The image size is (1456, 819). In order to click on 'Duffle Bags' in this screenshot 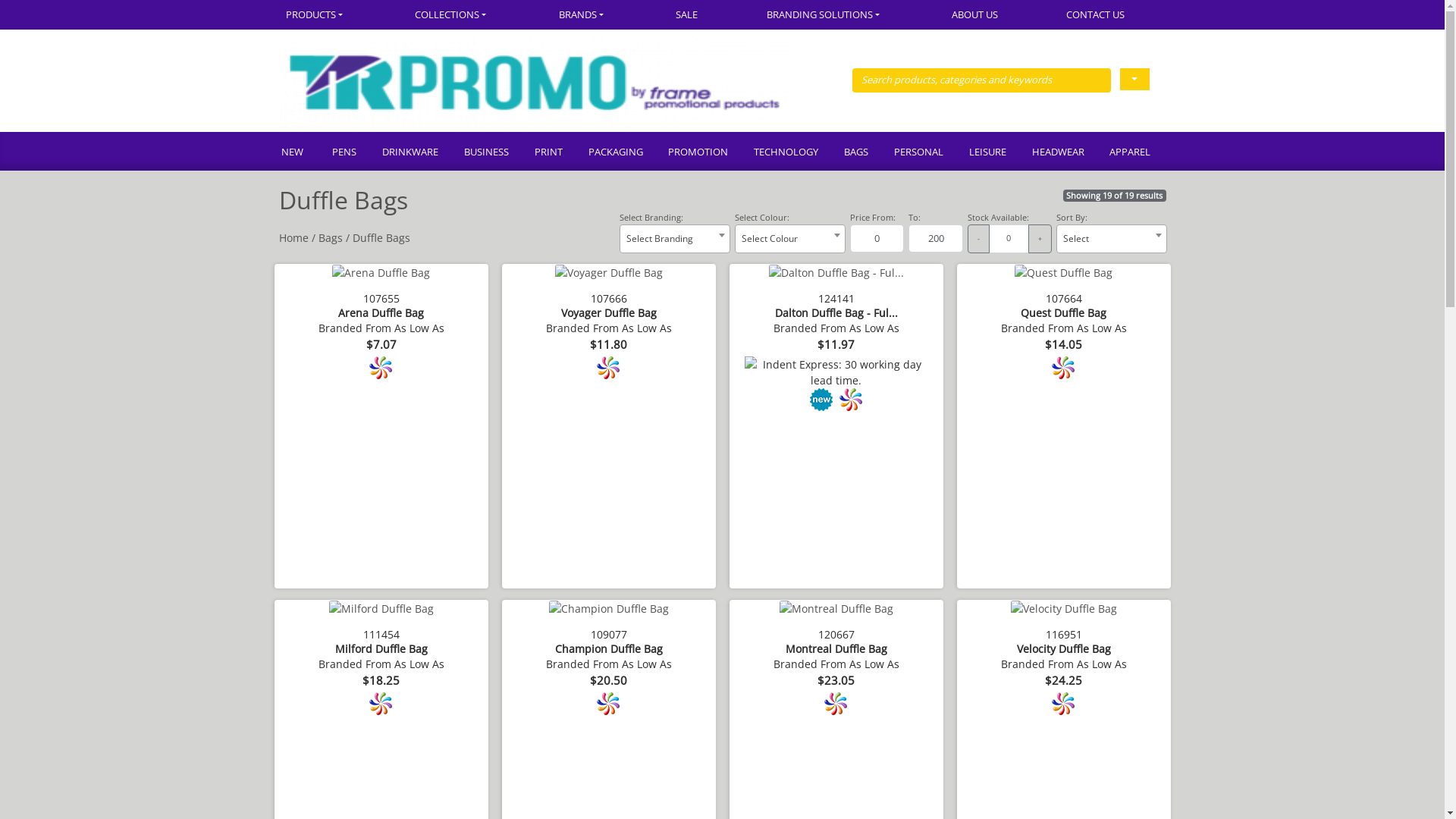, I will do `click(381, 237)`.